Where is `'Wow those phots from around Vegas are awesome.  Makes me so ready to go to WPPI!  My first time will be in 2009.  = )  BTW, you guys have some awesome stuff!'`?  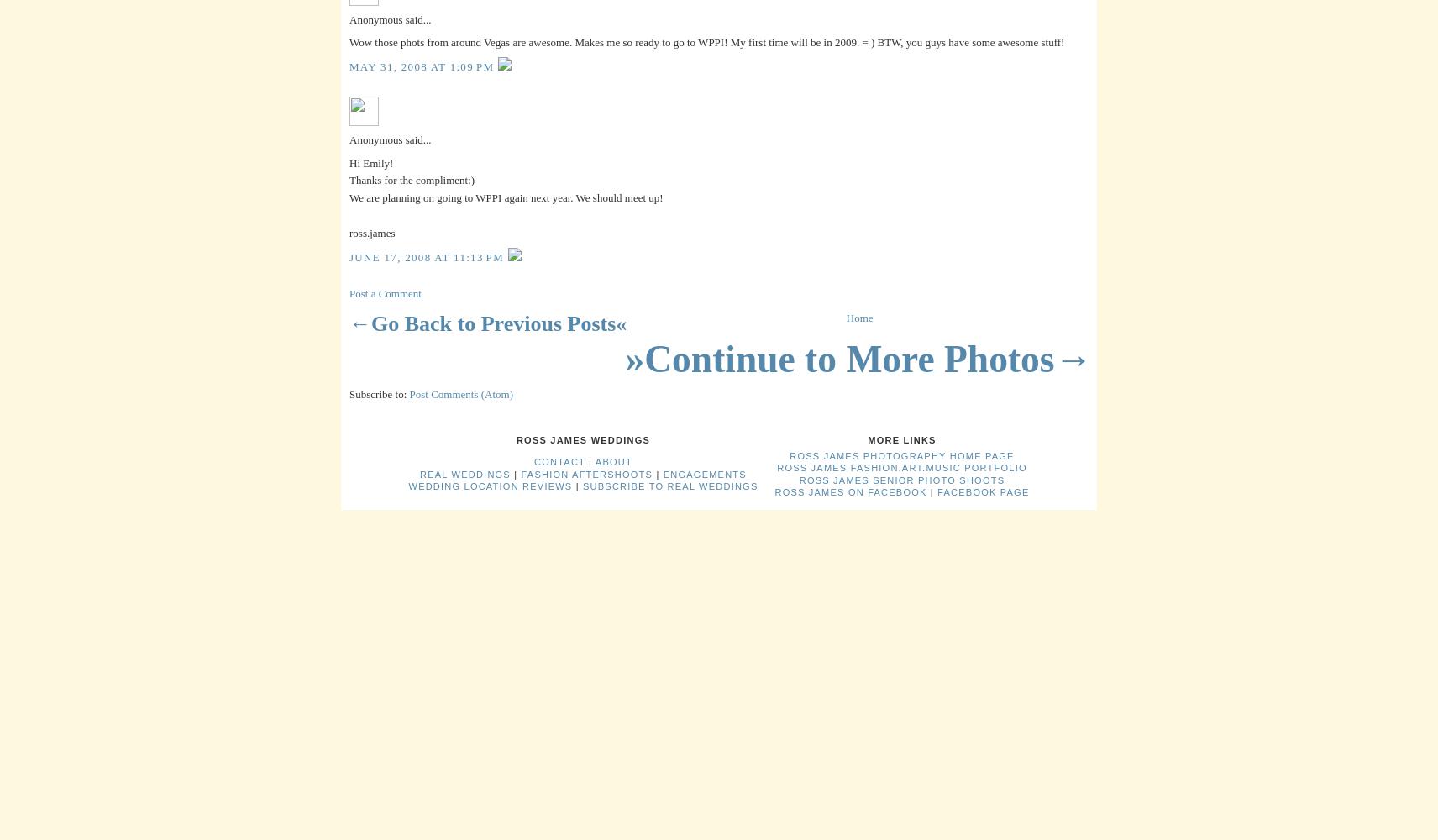
'Wow those phots from around Vegas are awesome.  Makes me so ready to go to WPPI!  My first time will be in 2009.  = )  BTW, you guys have some awesome stuff!' is located at coordinates (706, 41).